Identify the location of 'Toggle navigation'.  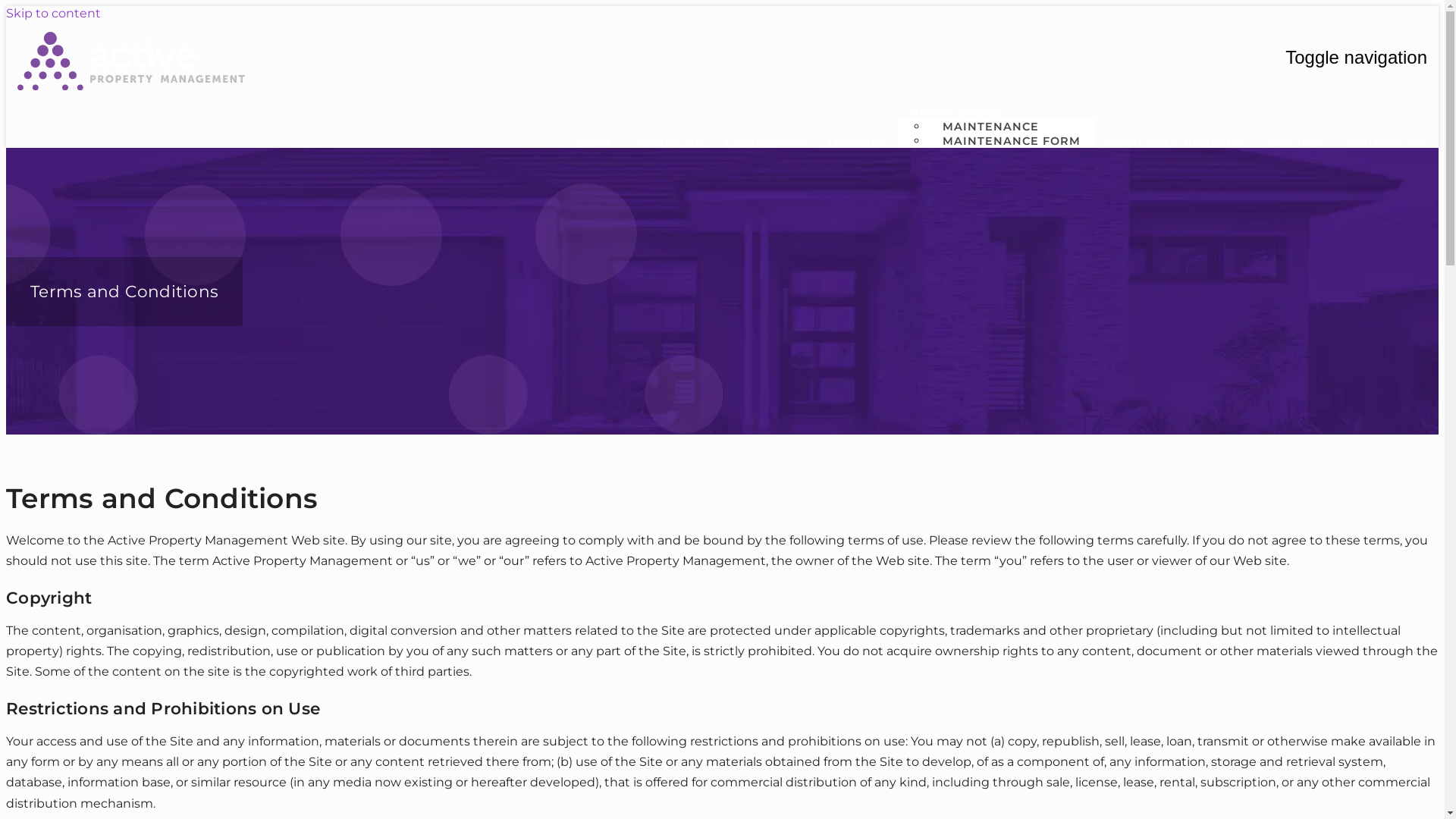
(1356, 57).